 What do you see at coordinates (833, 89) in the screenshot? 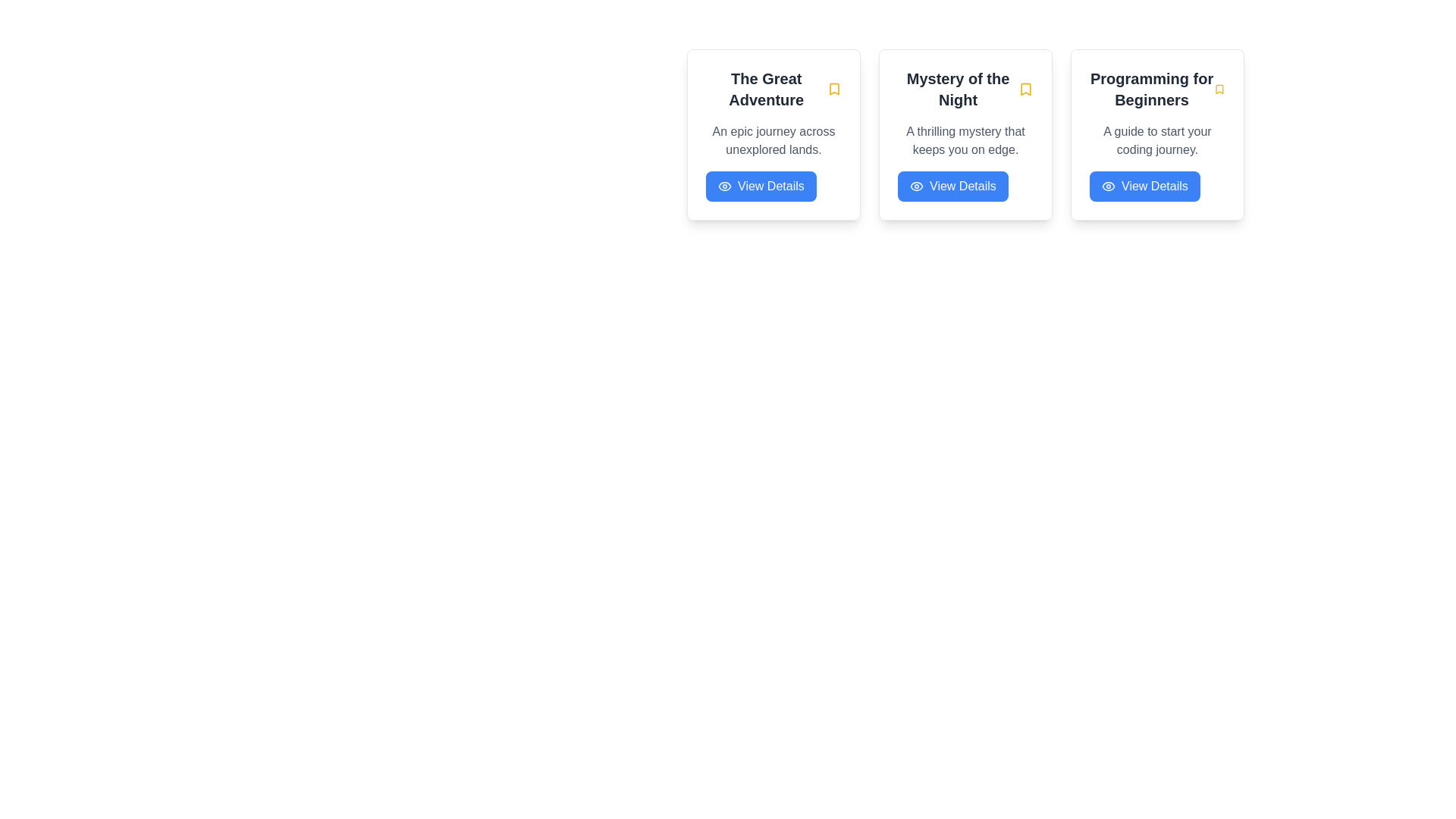
I see `the yellow bookmark icon located on the right side of the title 'The Great Adventure'` at bounding box center [833, 89].